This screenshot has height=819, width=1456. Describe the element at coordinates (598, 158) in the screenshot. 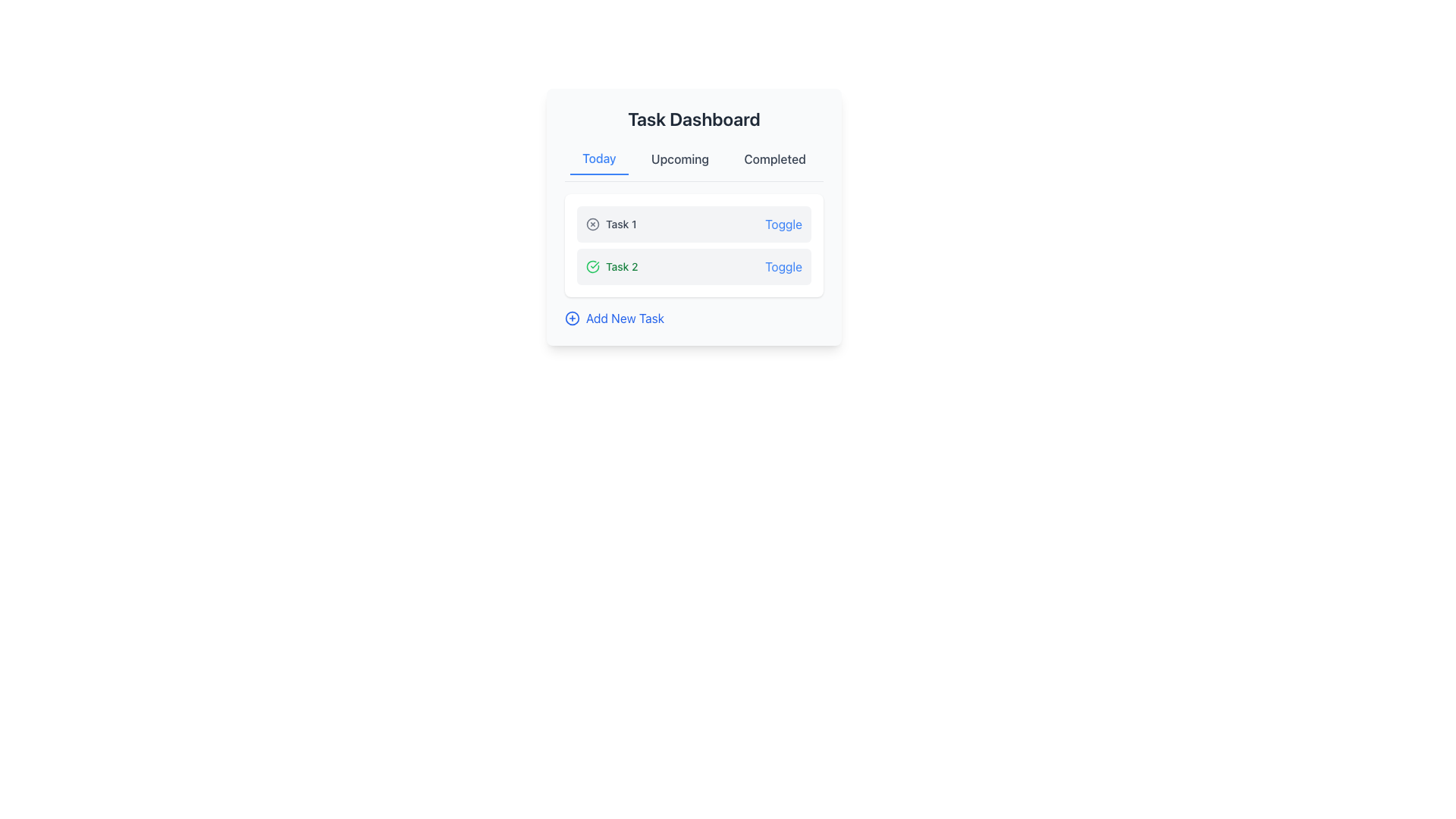

I see `the 'Today' navigation tab, which is styled in blue font with a medium-weight appearance` at that location.